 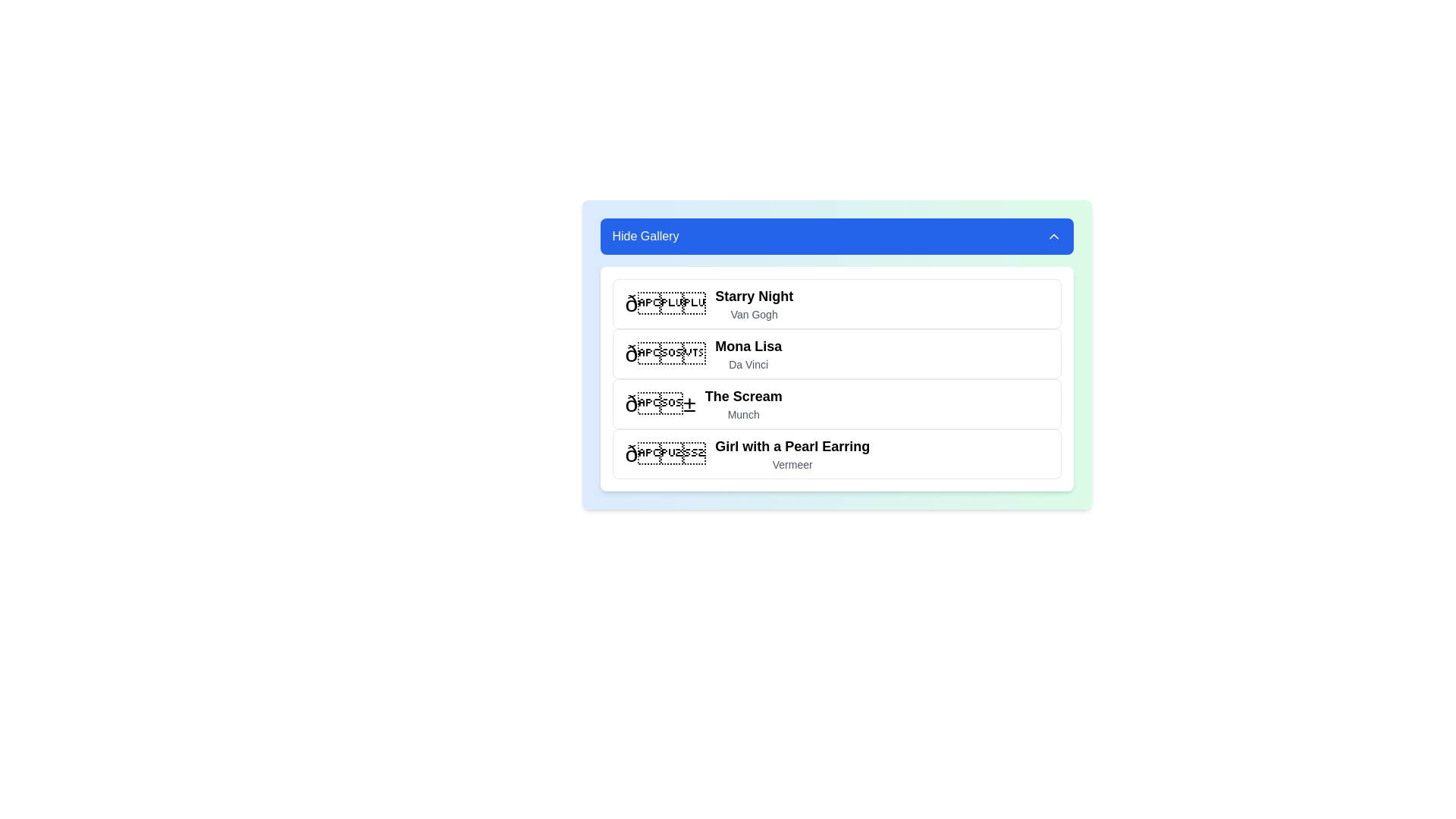 I want to click on the list item titled 'Girl with a Pearl Earring', so click(x=836, y=453).